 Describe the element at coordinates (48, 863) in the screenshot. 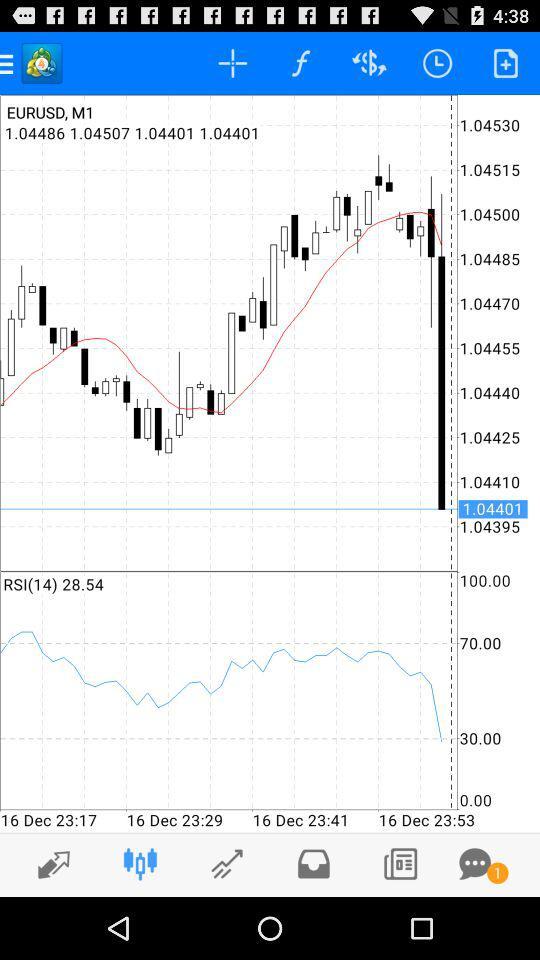

I see `show trend` at that location.